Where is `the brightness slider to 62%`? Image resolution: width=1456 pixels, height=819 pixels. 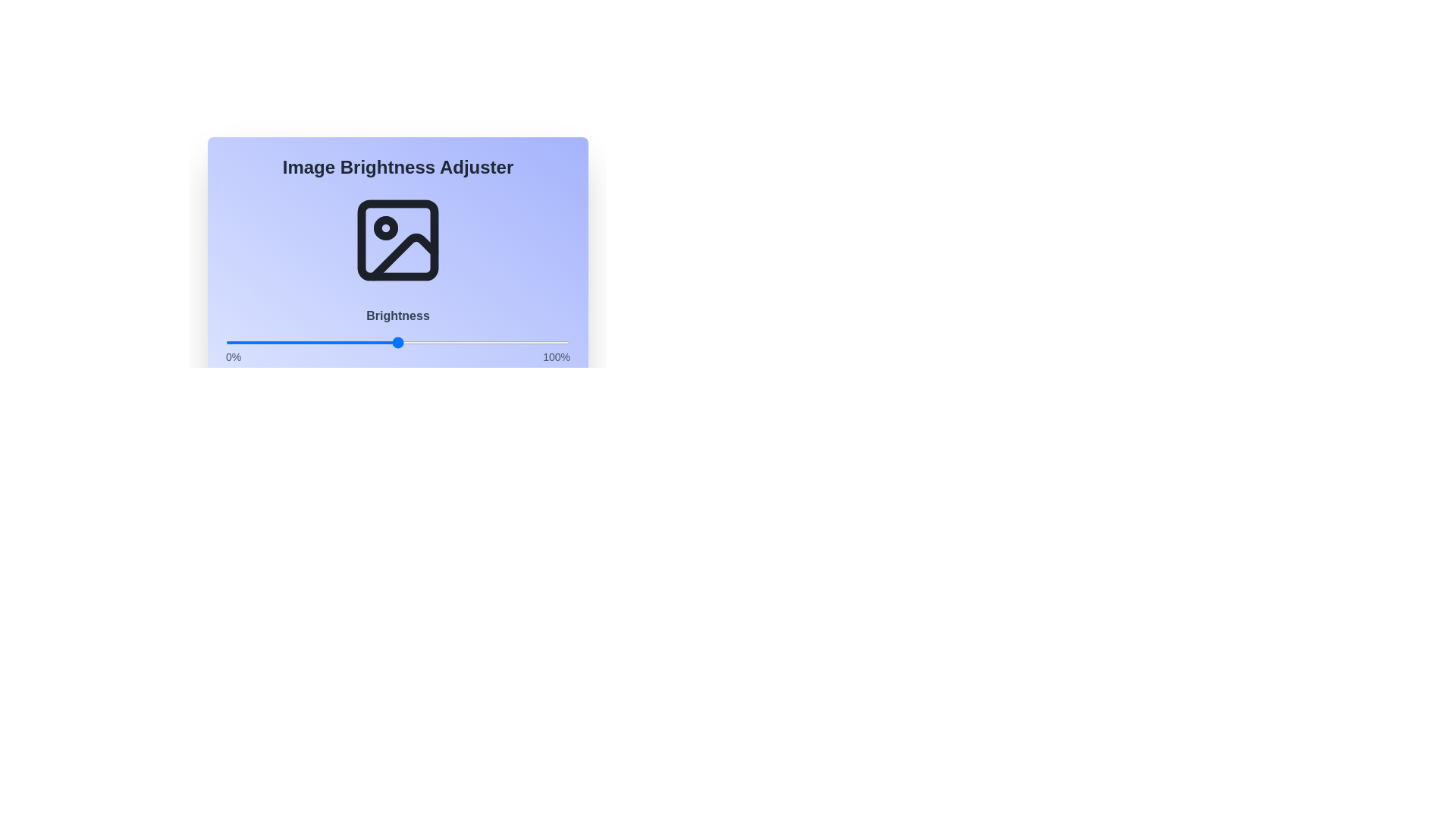
the brightness slider to 62% is located at coordinates (438, 342).